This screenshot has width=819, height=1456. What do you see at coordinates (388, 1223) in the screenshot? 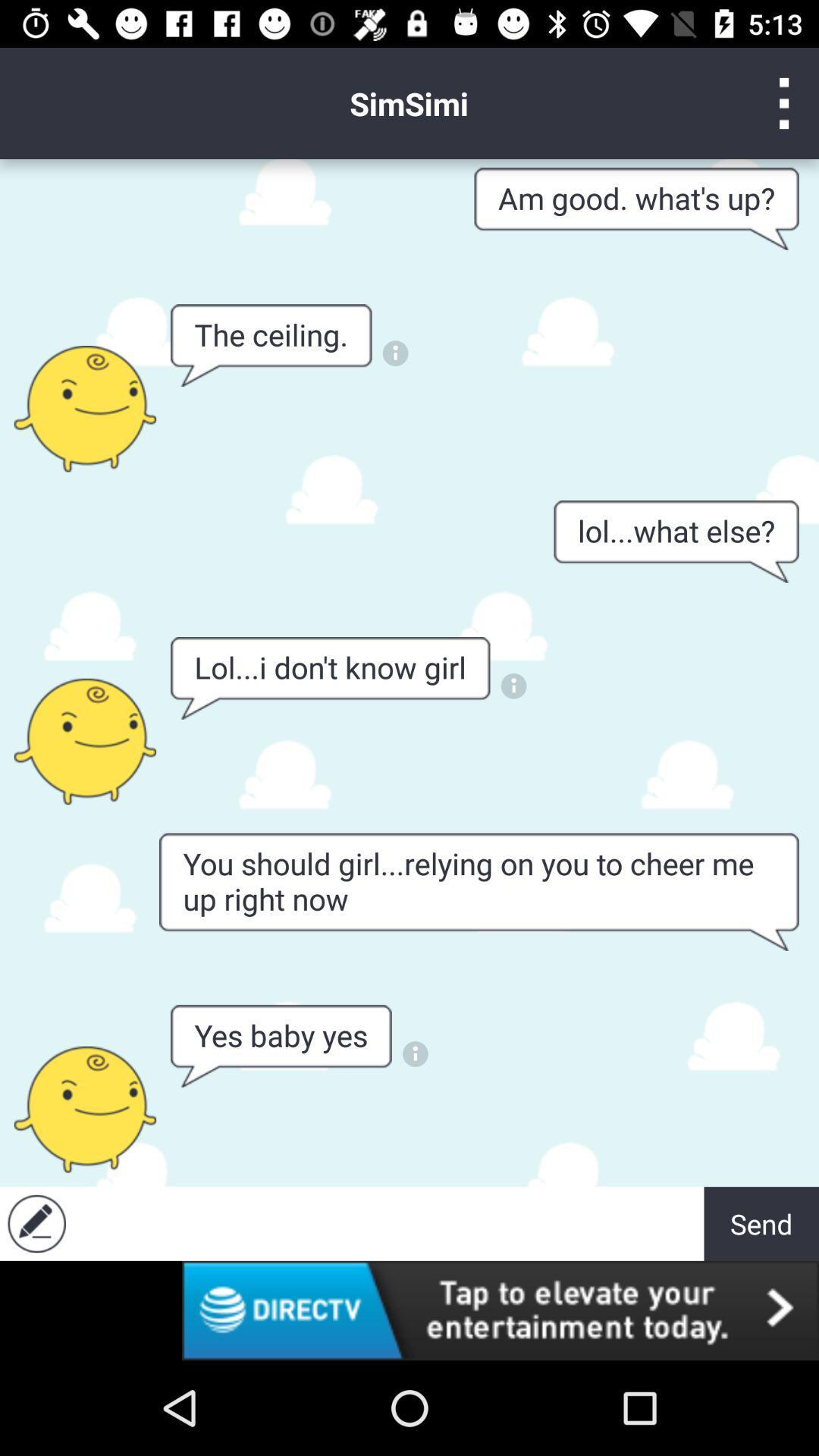
I see `write text` at bounding box center [388, 1223].